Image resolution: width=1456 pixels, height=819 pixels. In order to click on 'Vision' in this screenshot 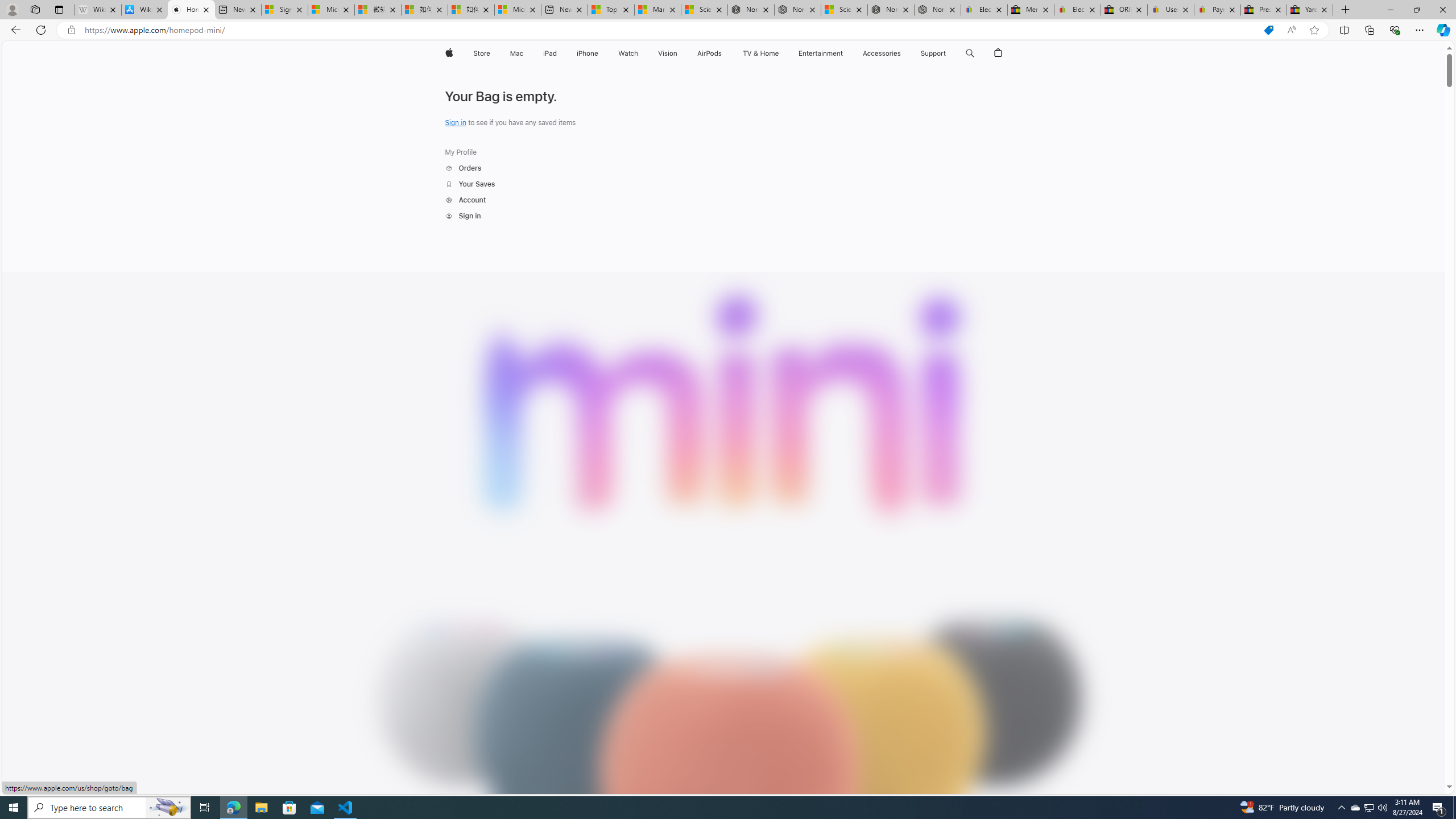, I will do `click(668, 53)`.